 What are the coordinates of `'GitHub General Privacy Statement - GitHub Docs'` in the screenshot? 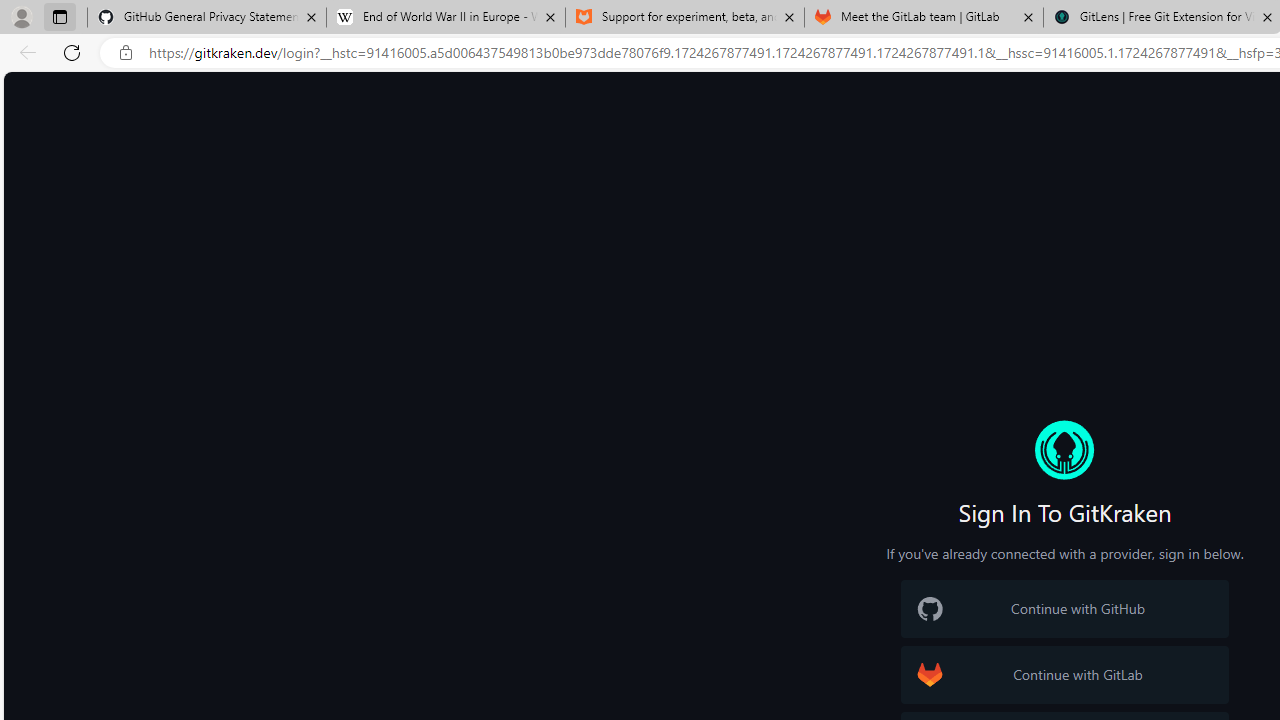 It's located at (207, 17).